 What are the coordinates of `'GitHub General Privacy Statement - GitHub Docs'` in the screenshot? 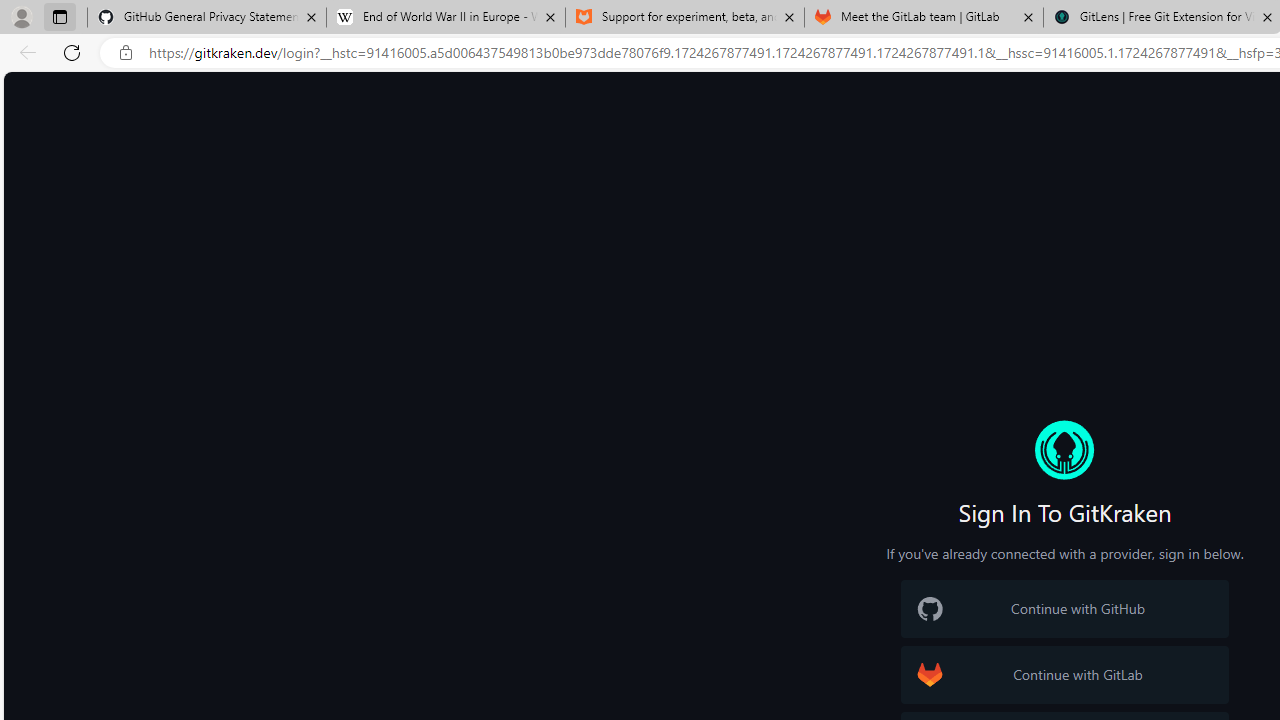 It's located at (207, 17).